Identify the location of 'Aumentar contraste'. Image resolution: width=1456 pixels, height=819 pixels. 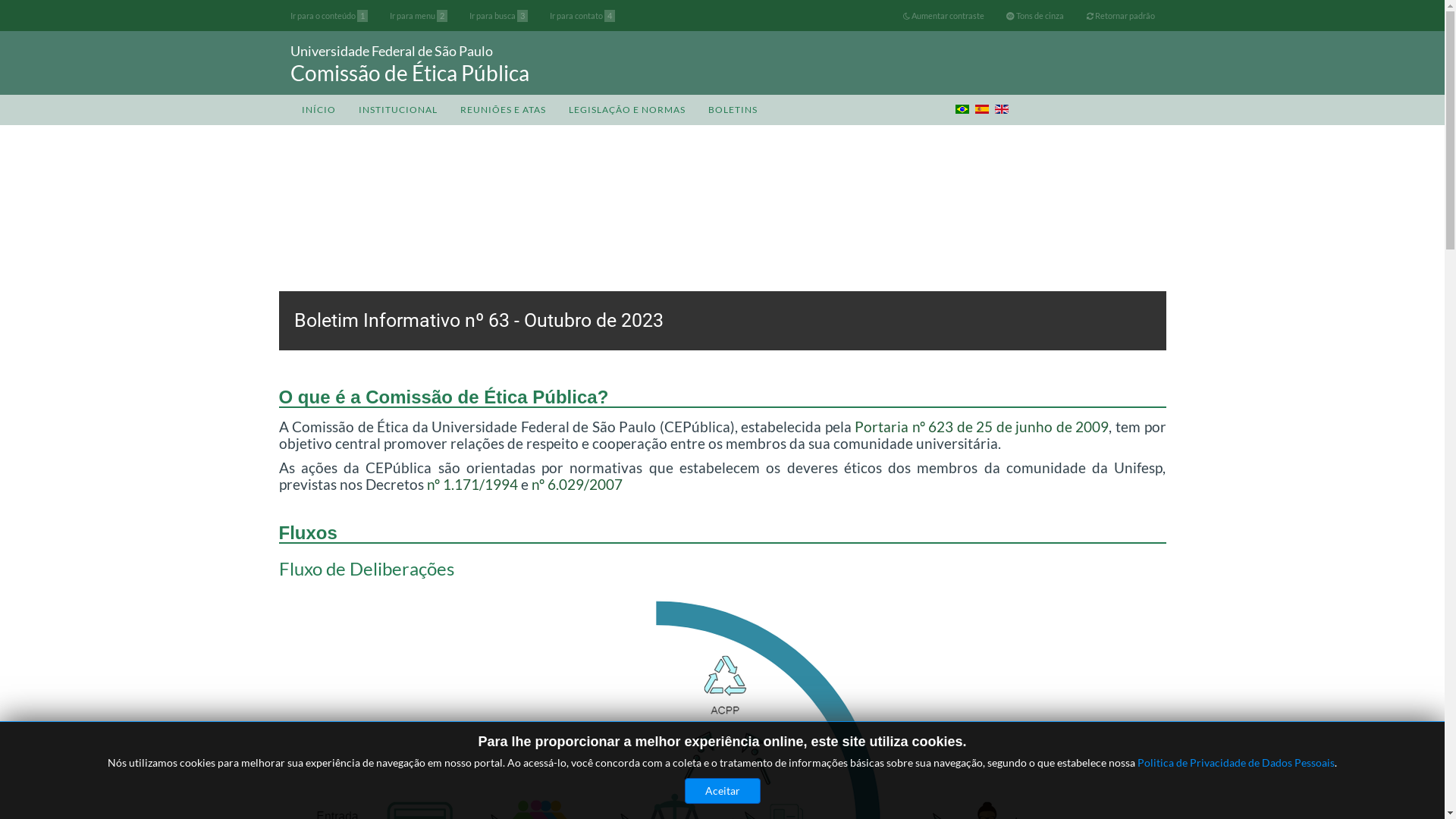
(943, 15).